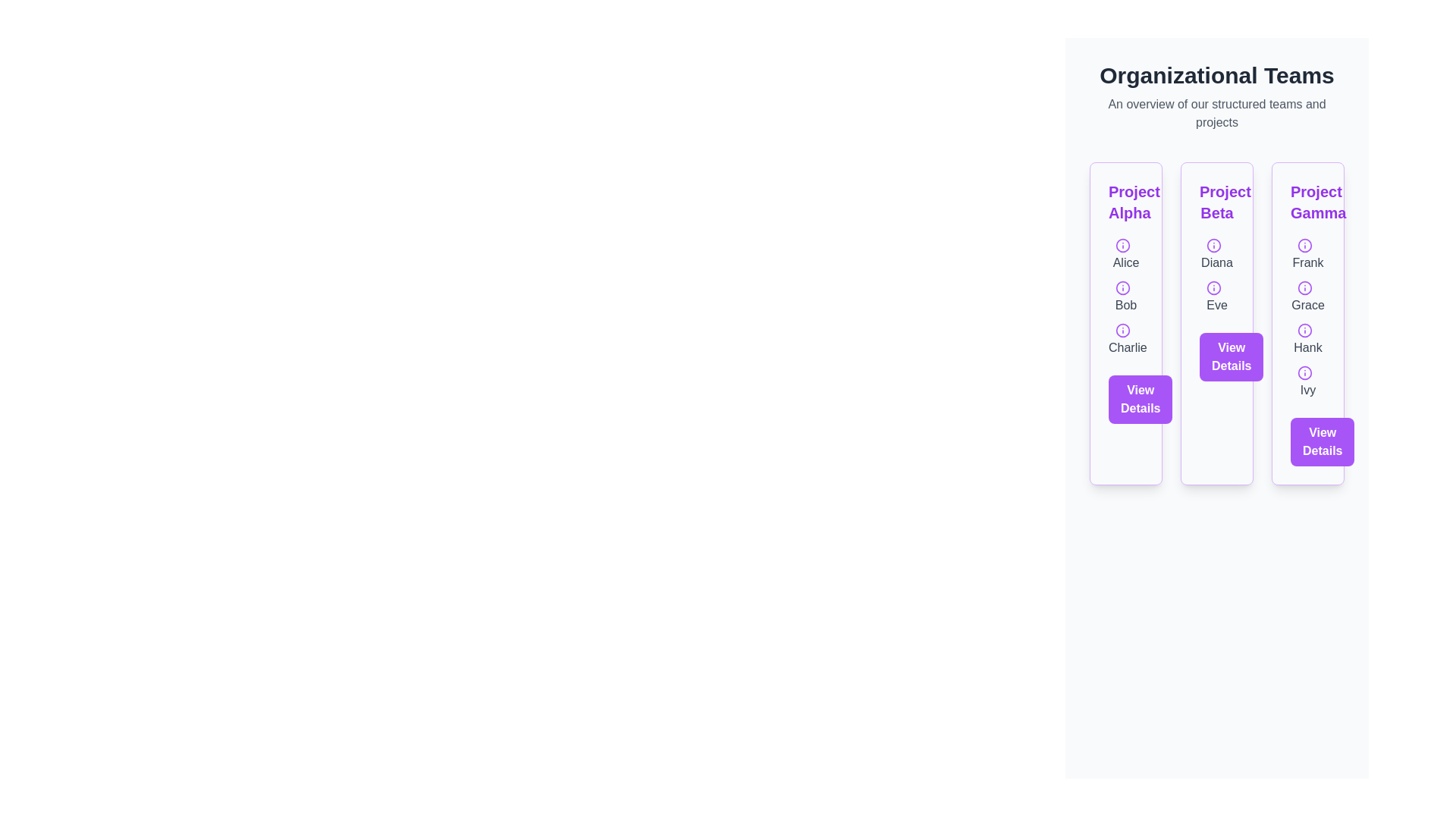 Image resolution: width=1456 pixels, height=819 pixels. Describe the element at coordinates (1232, 356) in the screenshot. I see `the button that allows users` at that location.